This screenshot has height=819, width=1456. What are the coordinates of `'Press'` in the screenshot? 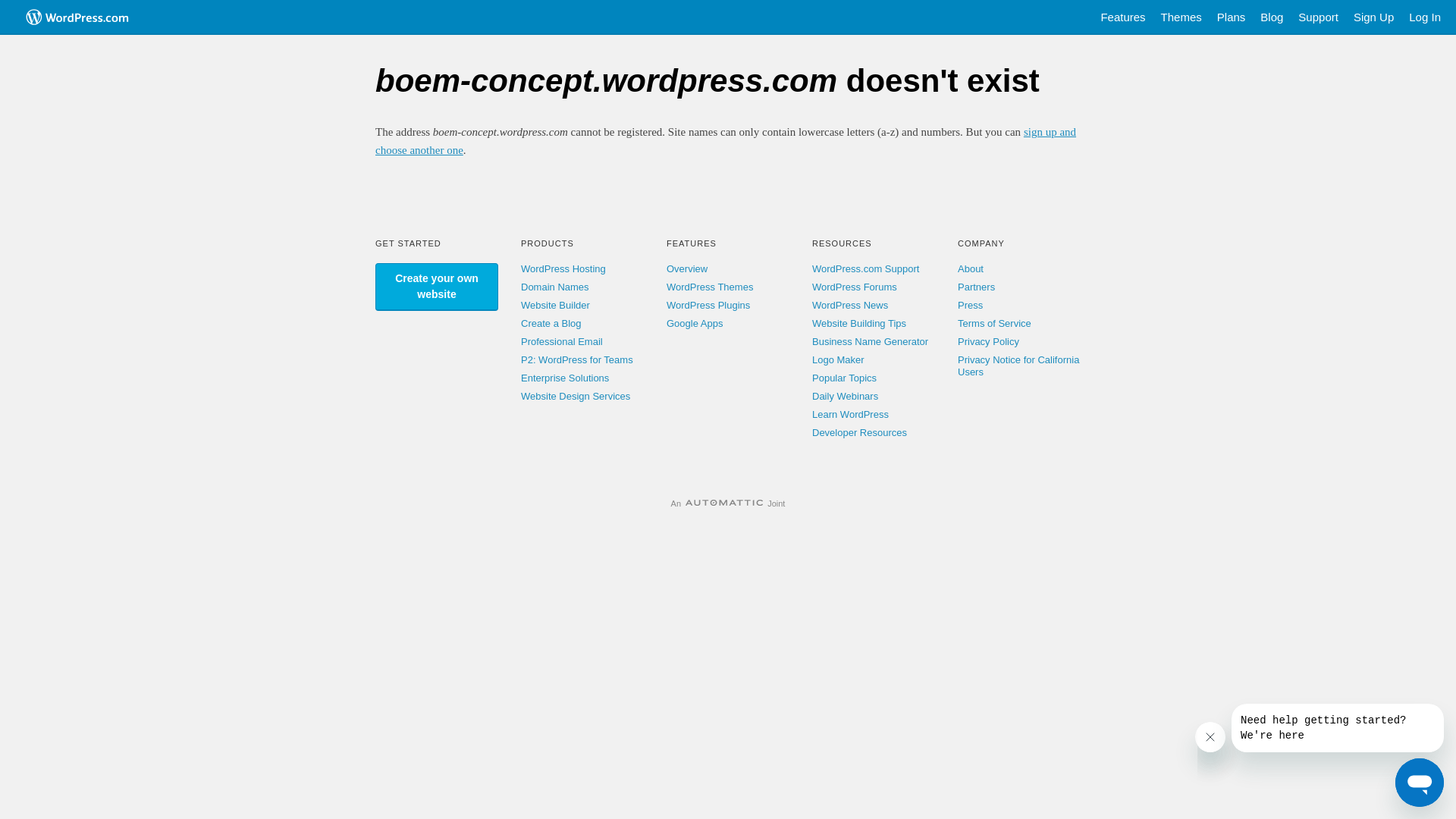 It's located at (969, 305).